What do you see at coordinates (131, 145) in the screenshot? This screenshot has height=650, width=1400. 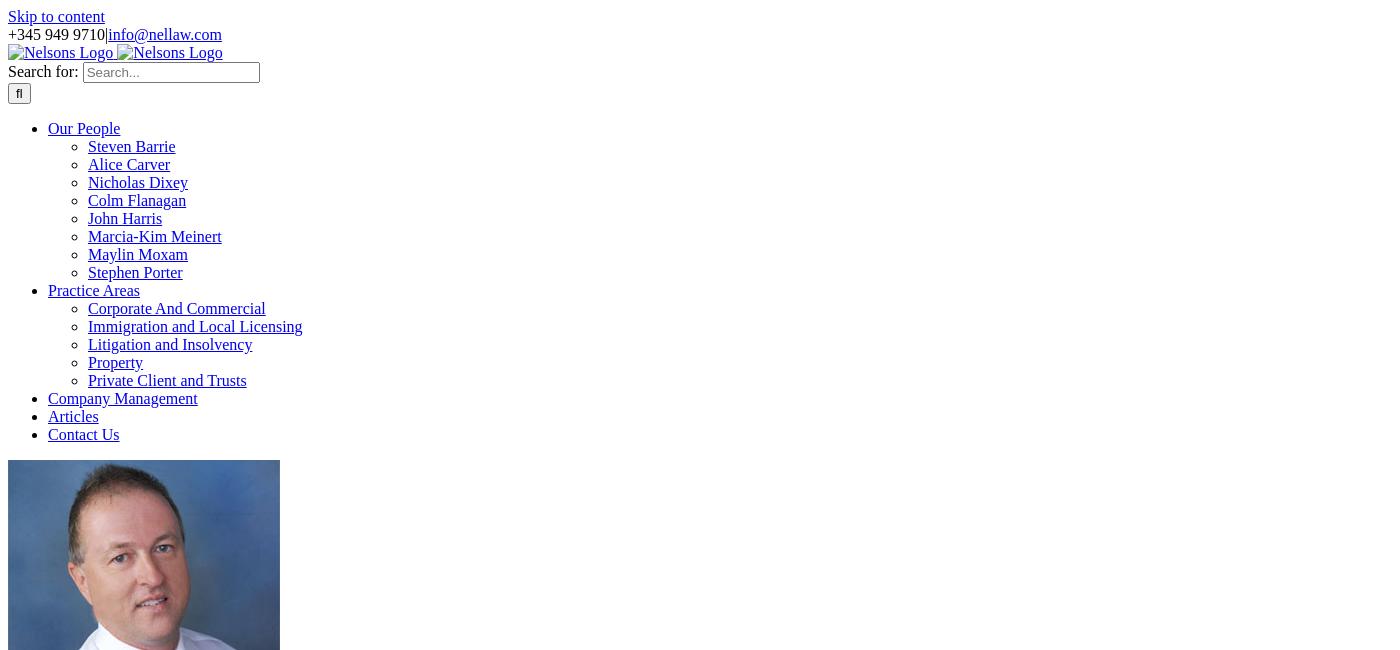 I see `'Steven Barrie'` at bounding box center [131, 145].